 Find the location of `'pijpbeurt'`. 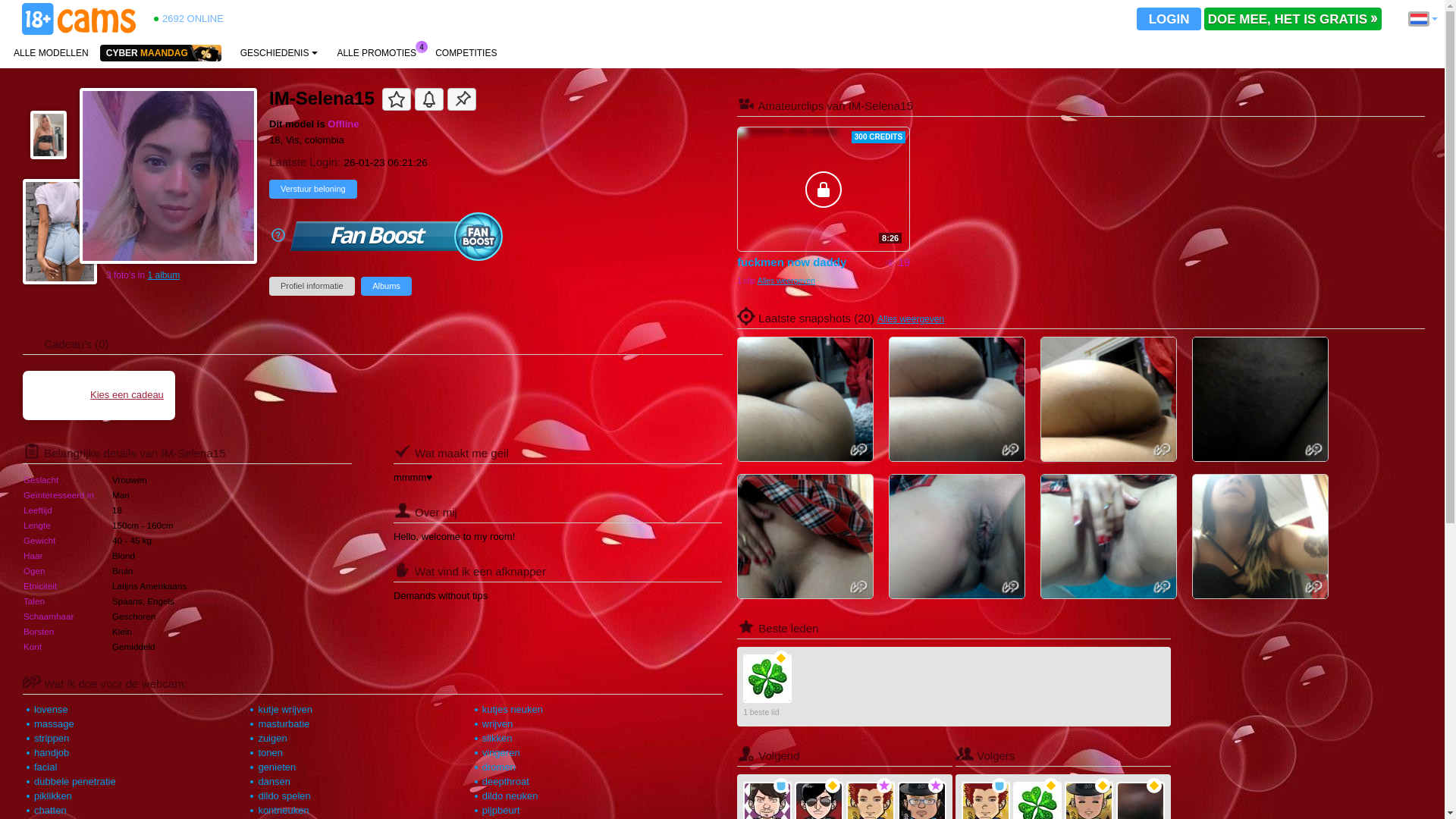

'pijpbeurt' is located at coordinates (501, 809).